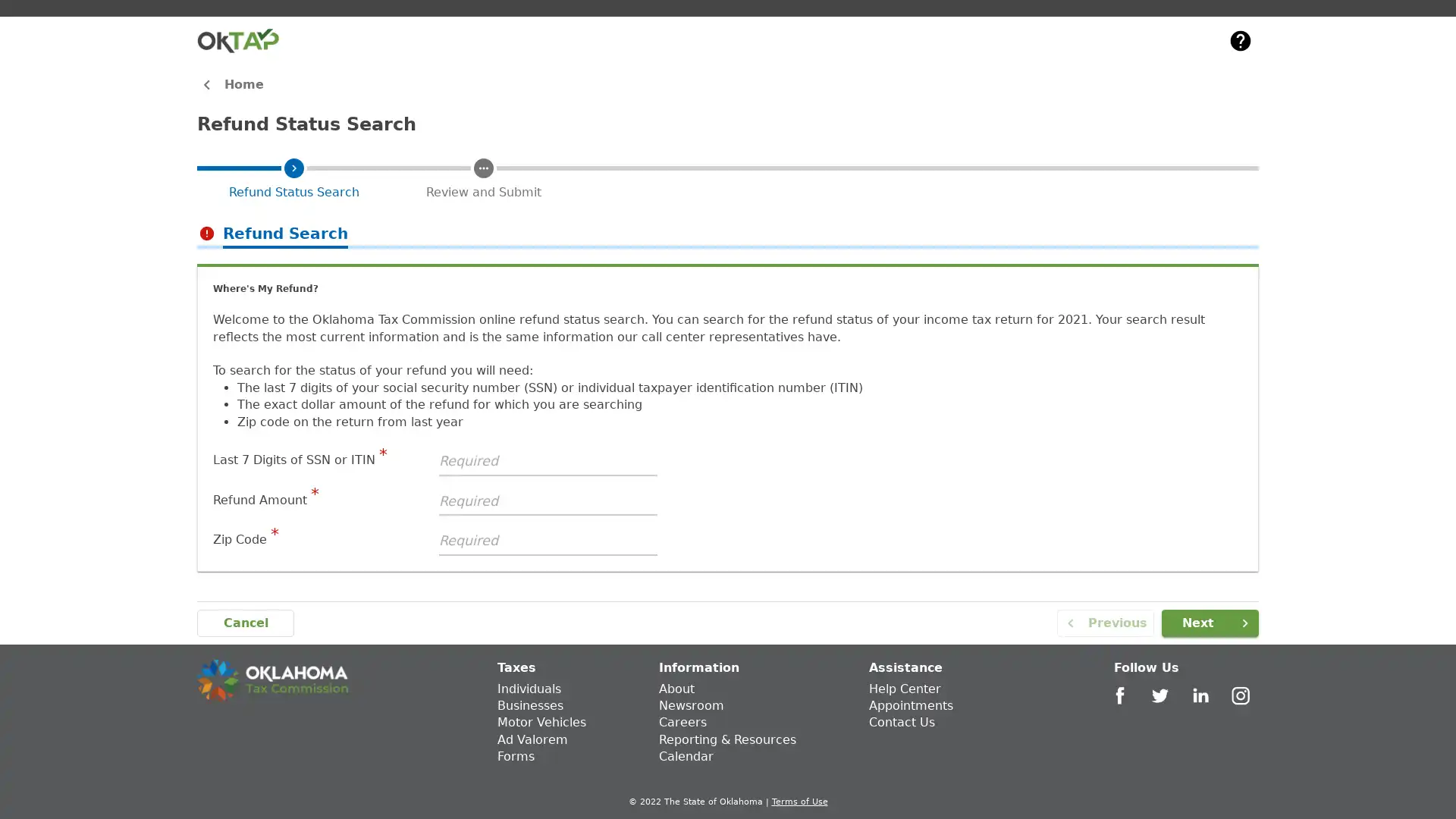 This screenshot has height=819, width=1456. I want to click on Previous, so click(1106, 623).